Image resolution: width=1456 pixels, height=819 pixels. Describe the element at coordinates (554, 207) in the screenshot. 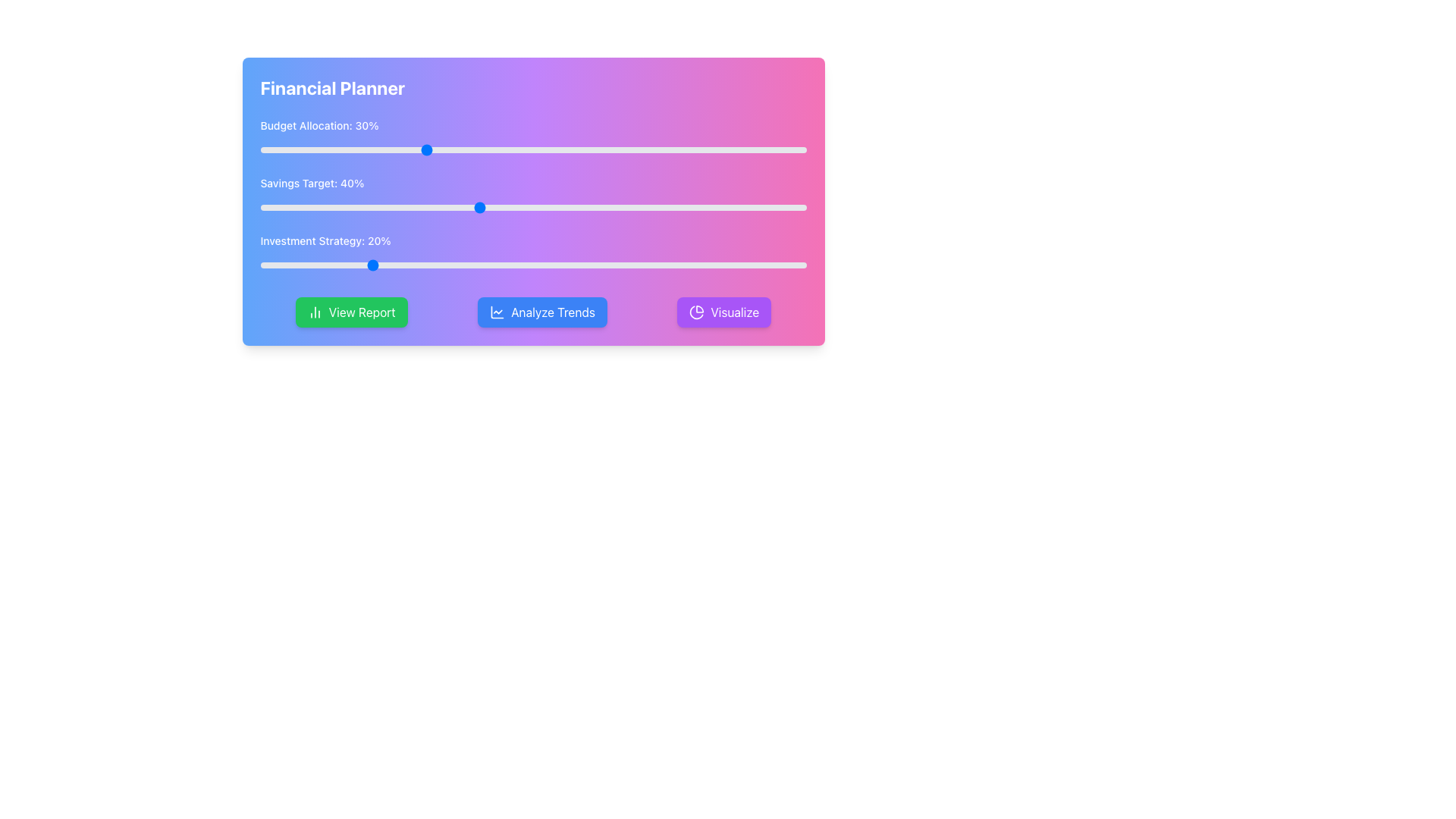

I see `the savings target percentage` at that location.